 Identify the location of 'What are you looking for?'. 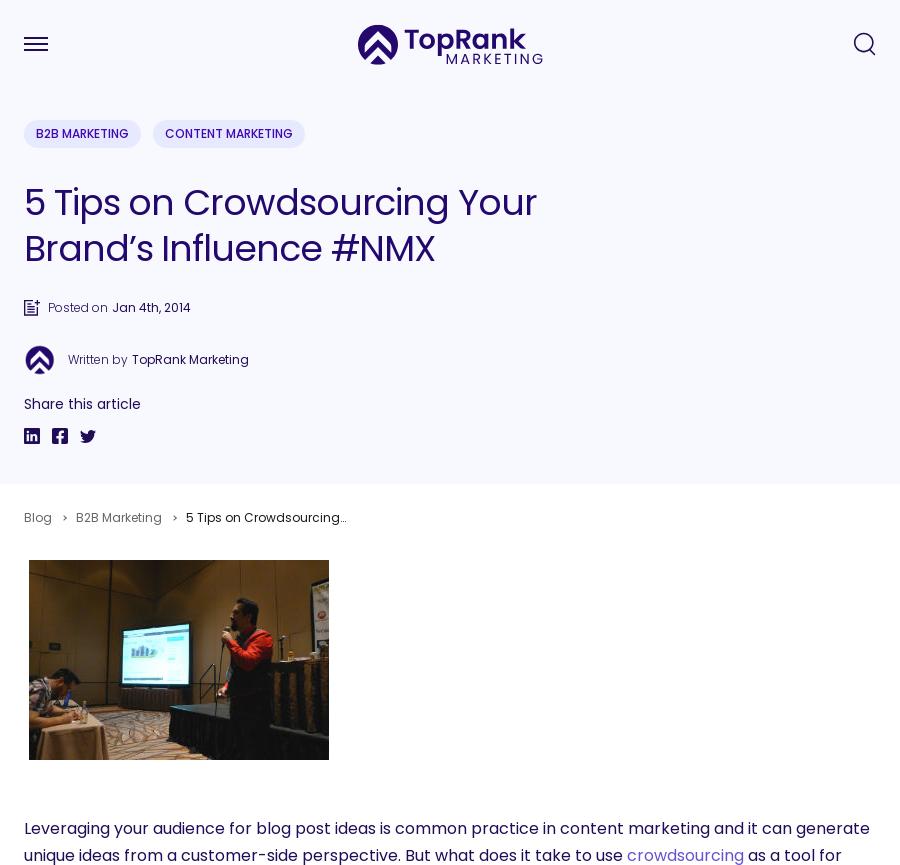
(137, 491).